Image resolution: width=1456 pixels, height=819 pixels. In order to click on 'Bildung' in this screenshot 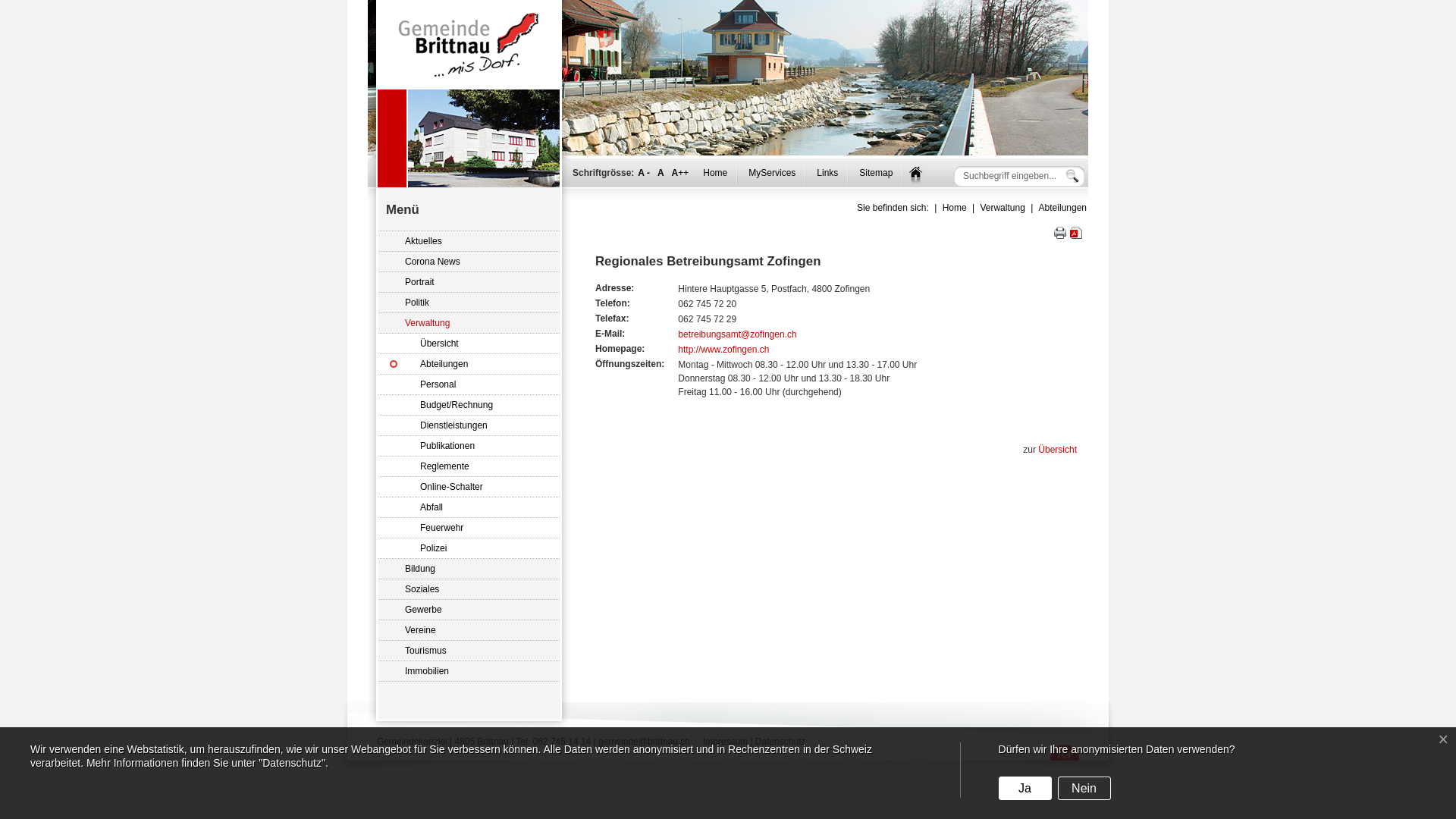, I will do `click(468, 569)`.